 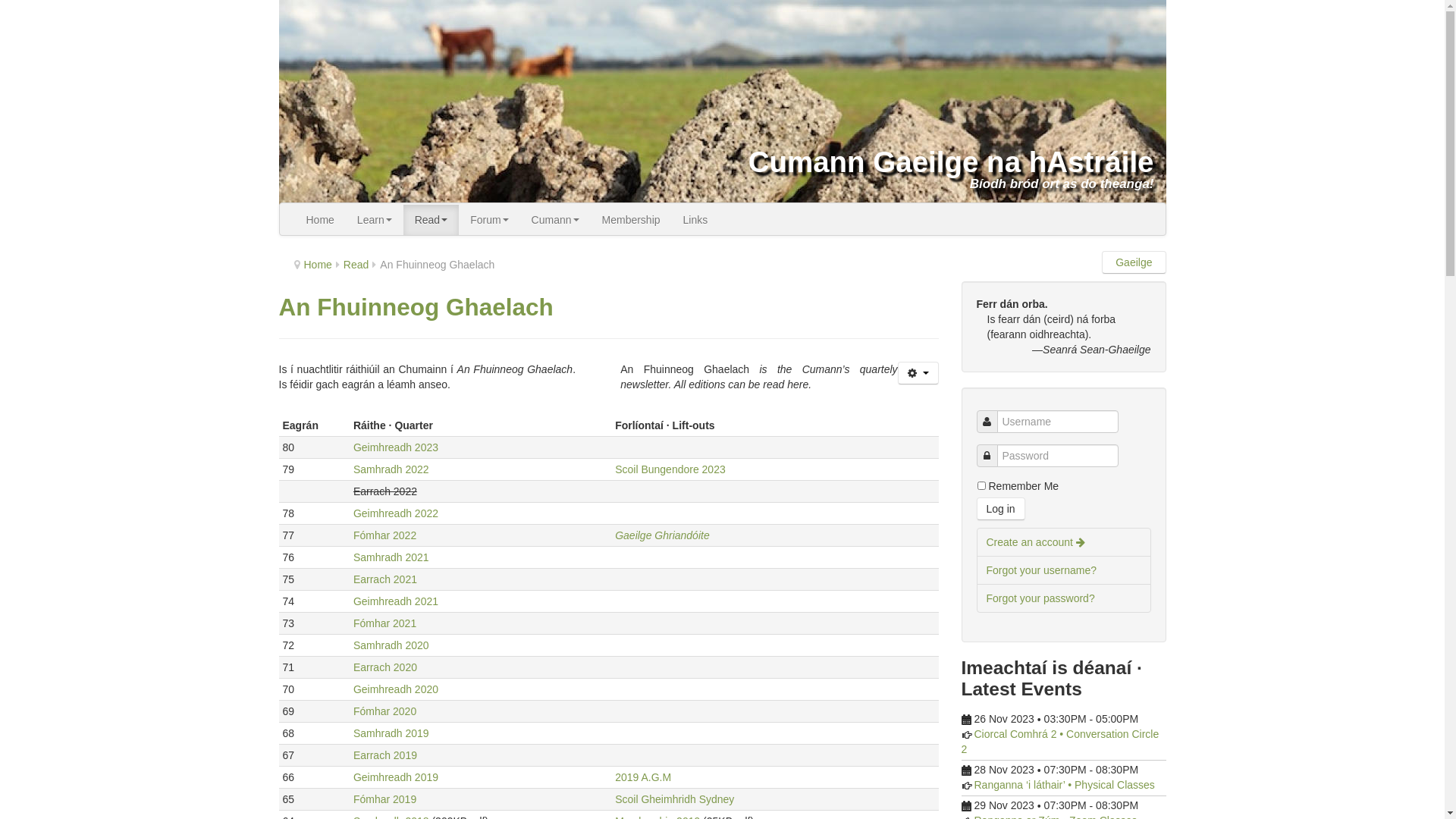 I want to click on 'Geimhreadh 2022', so click(x=396, y=513).